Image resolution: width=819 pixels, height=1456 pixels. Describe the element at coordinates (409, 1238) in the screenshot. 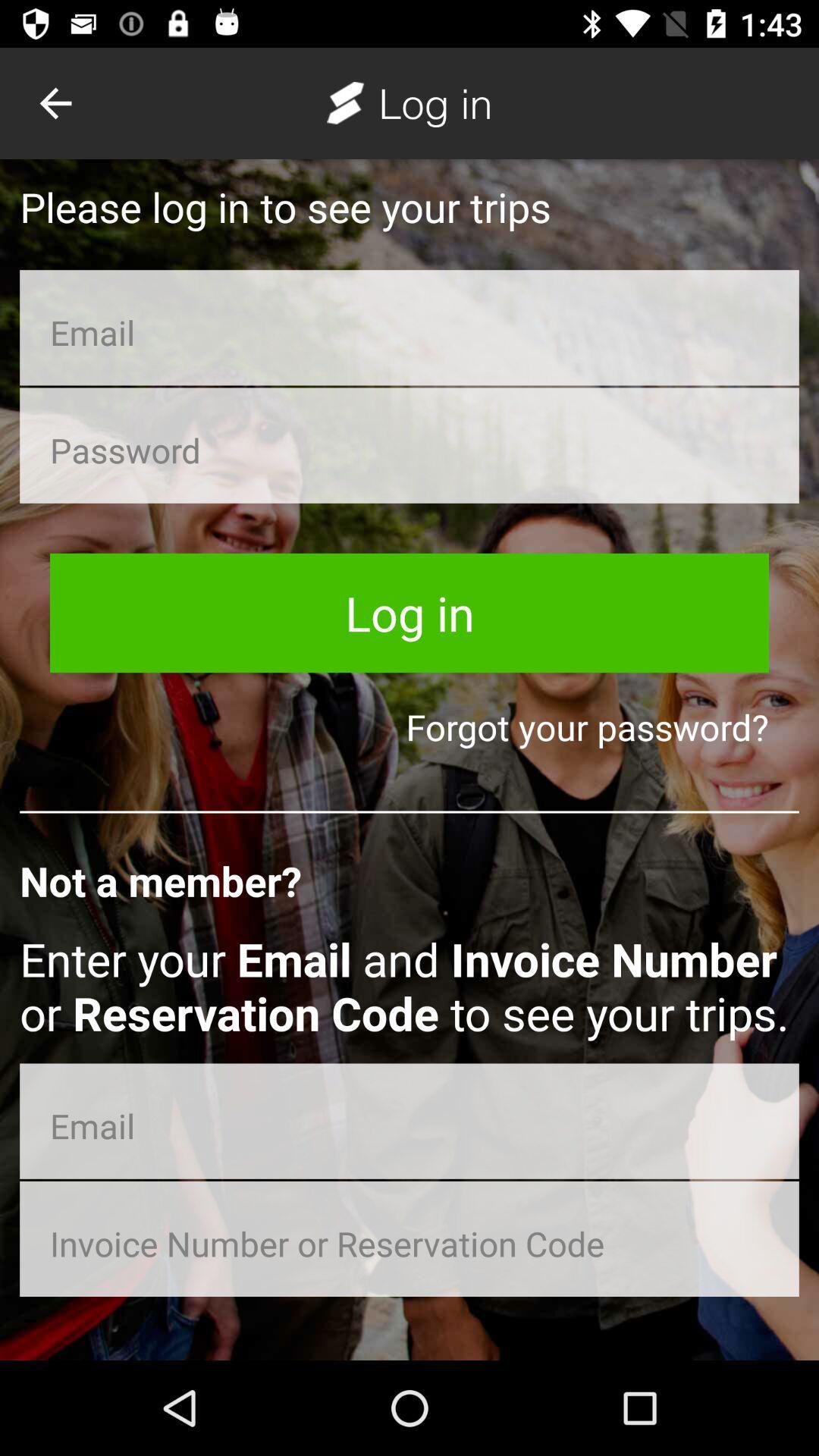

I see `reservation/invoice input box` at that location.